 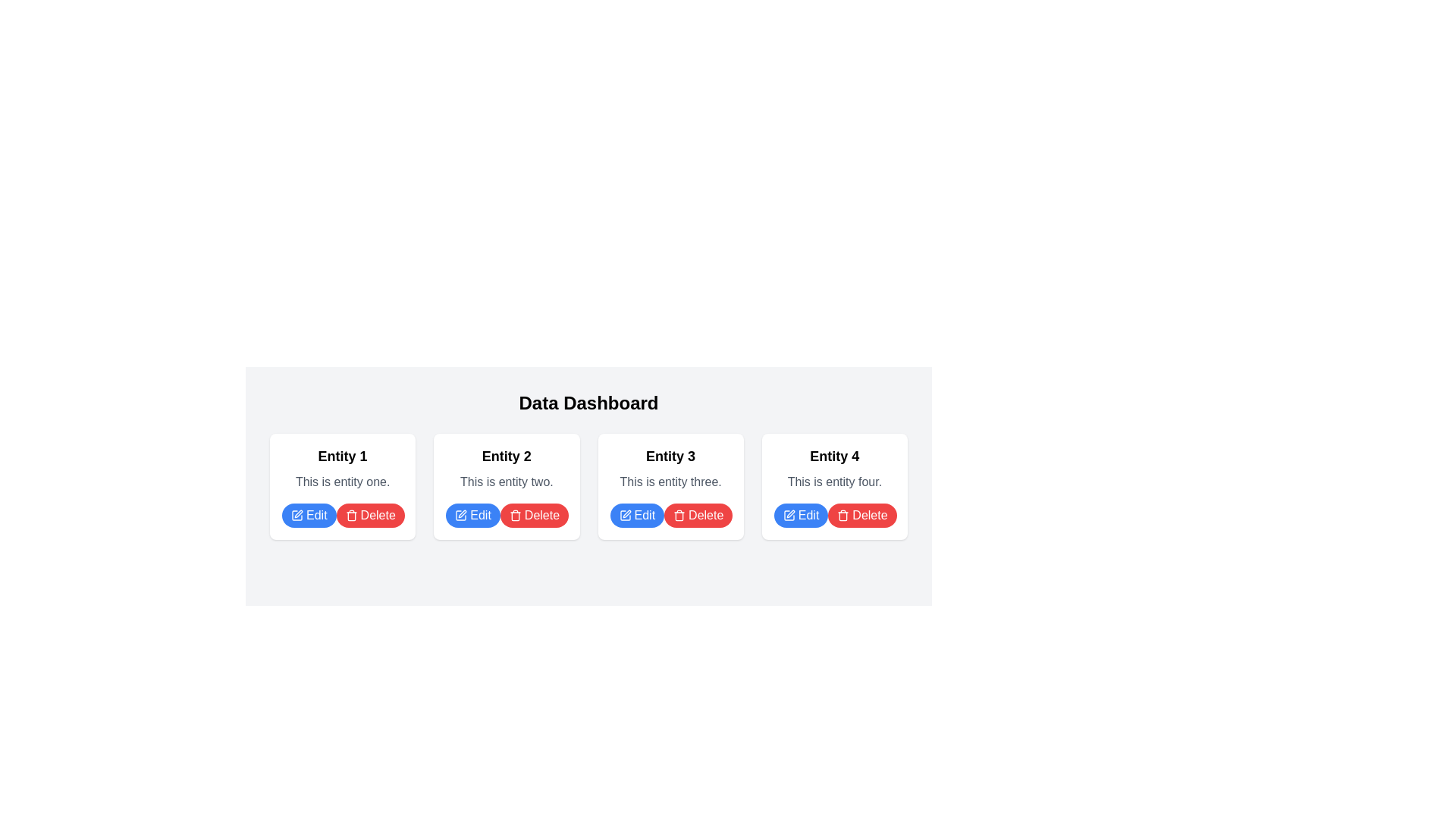 I want to click on the blue outline pen icon located on the left side of the 'Edit' text label within the pill-shaped blue button, so click(x=297, y=514).